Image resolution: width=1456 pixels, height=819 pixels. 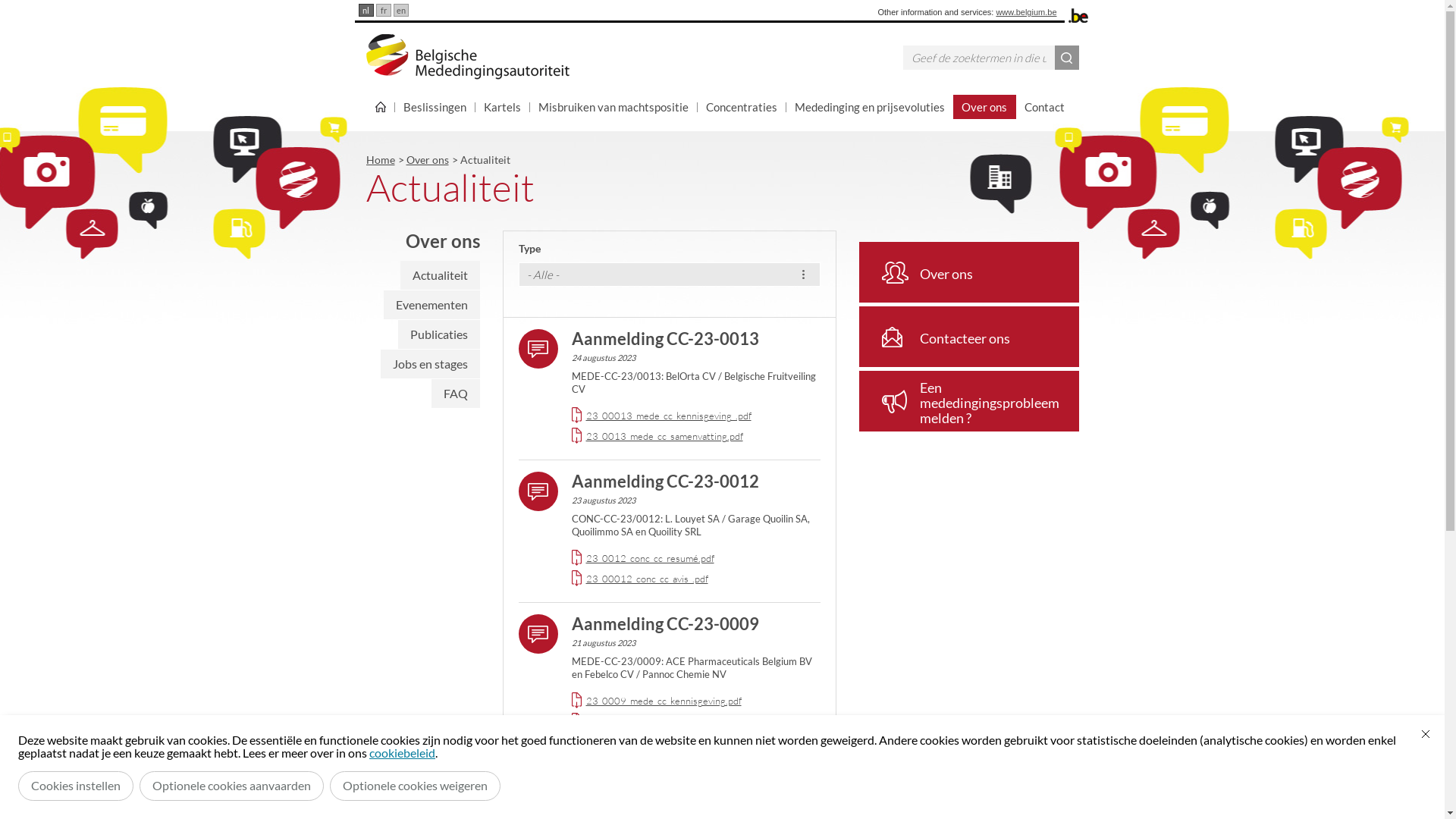 What do you see at coordinates (1065, 57) in the screenshot?
I see `'Search'` at bounding box center [1065, 57].